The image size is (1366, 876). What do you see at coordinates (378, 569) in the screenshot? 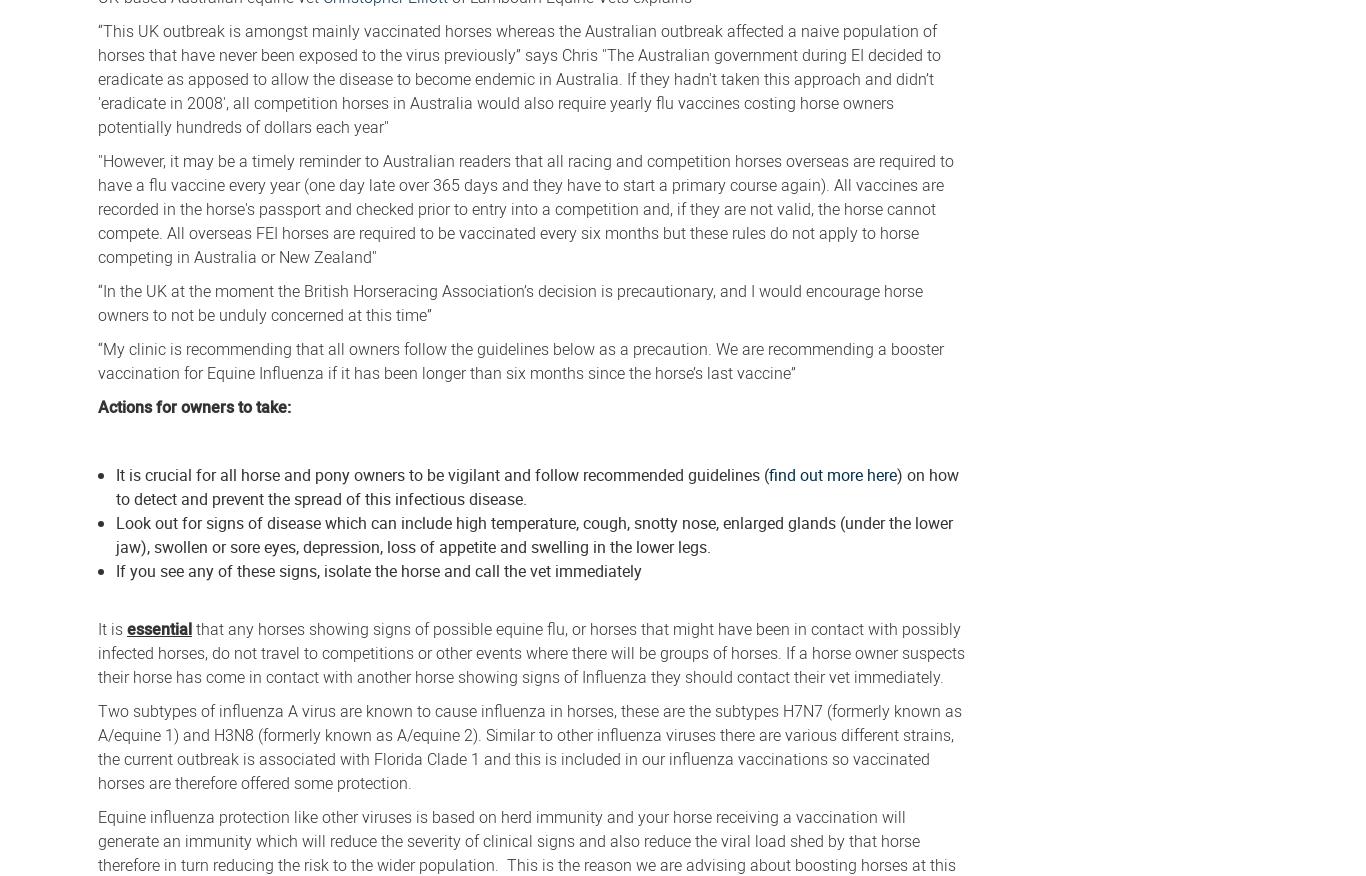
I see `'If you see any of these signs, isolate the horse and call the vet immediately'` at bounding box center [378, 569].